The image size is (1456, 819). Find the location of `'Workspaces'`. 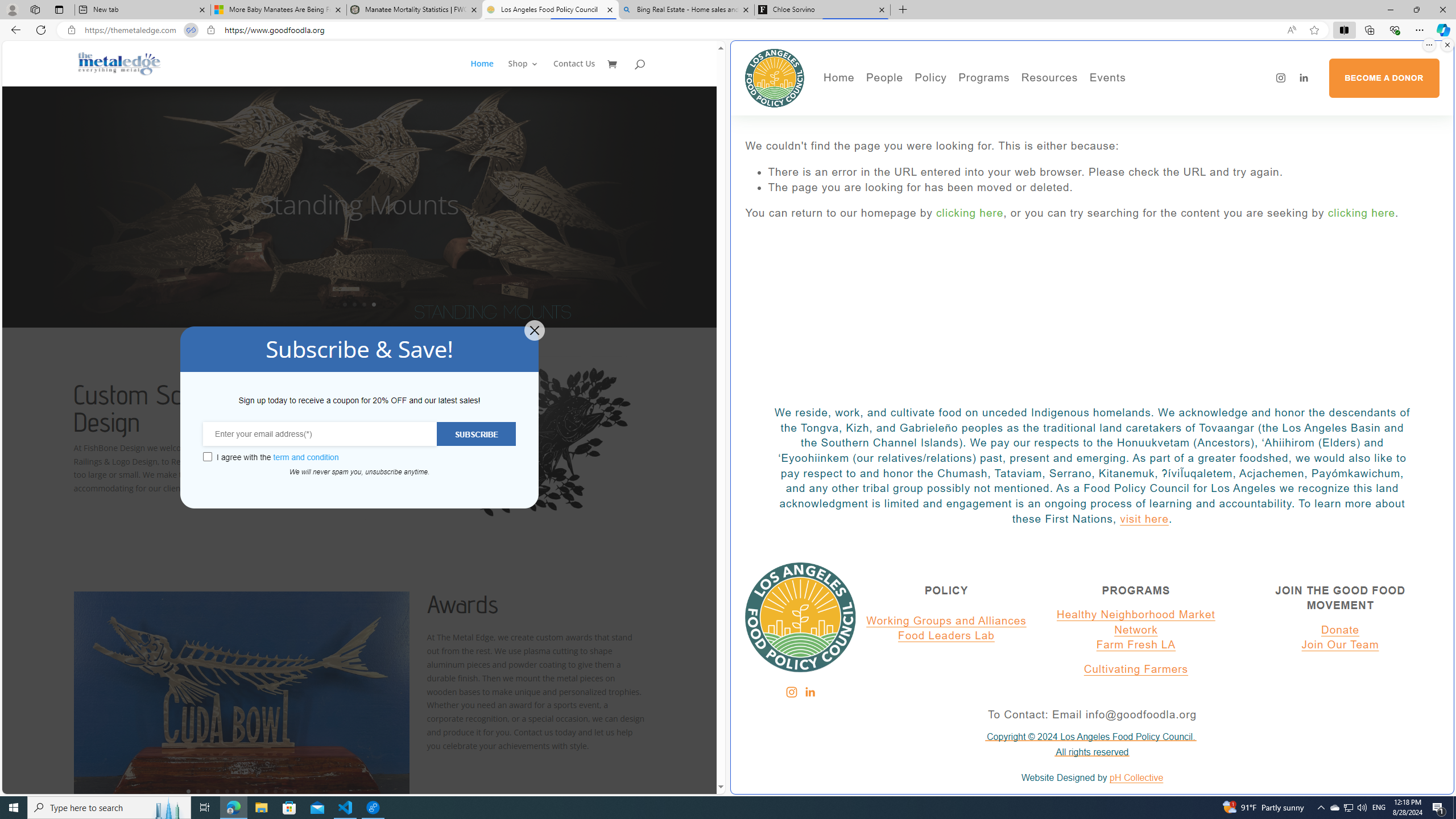

'Workspaces' is located at coordinates (35, 9).